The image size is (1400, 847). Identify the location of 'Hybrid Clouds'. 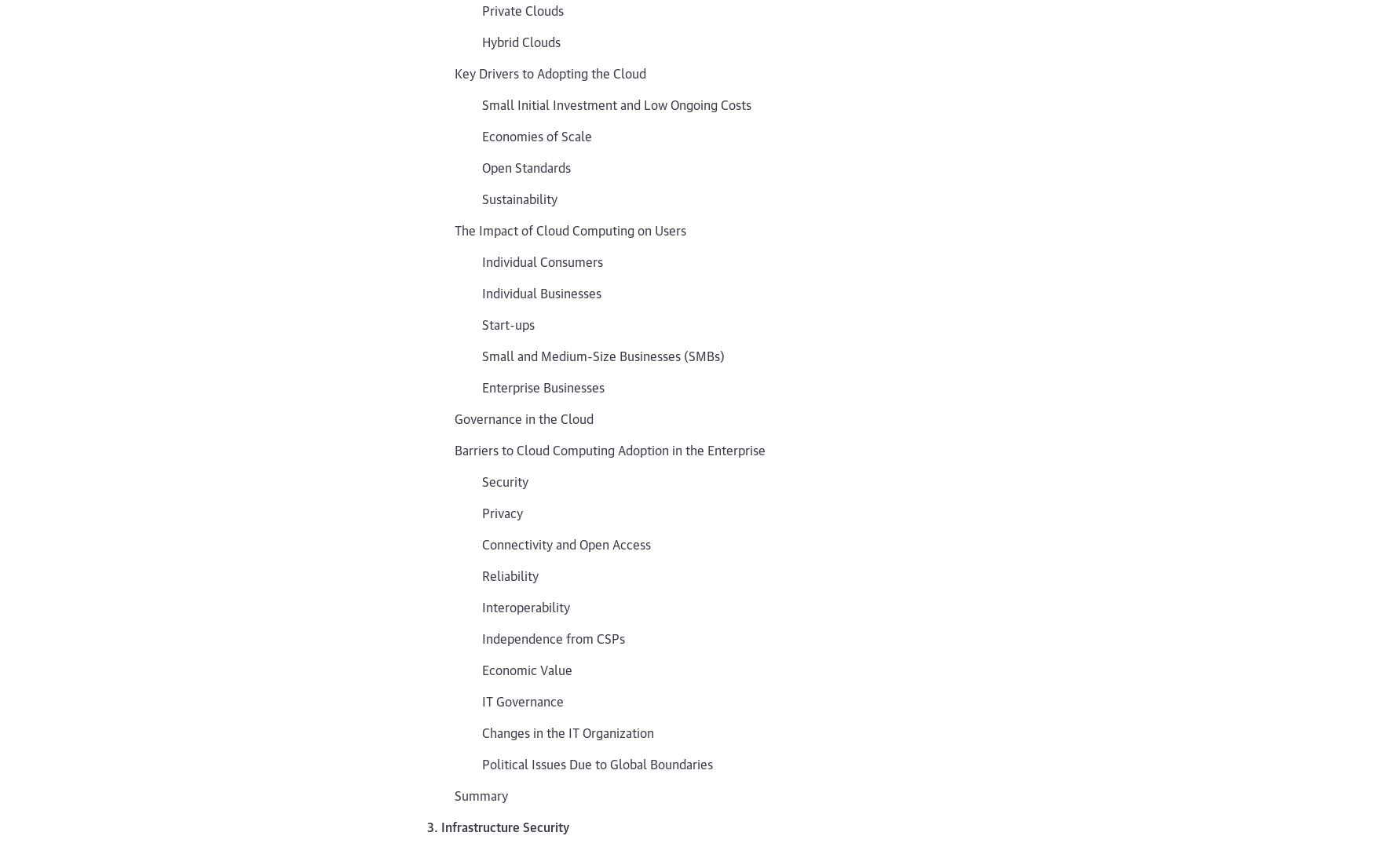
(521, 40).